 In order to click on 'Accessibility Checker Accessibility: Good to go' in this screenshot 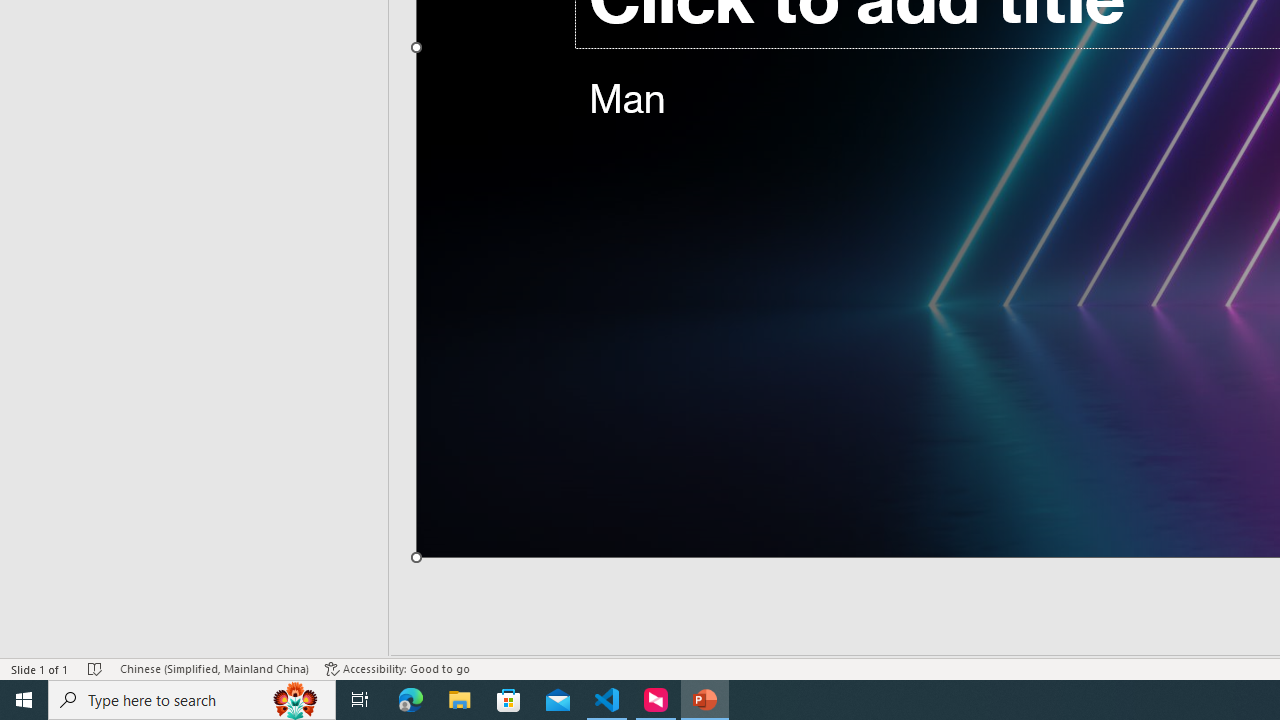, I will do `click(397, 669)`.